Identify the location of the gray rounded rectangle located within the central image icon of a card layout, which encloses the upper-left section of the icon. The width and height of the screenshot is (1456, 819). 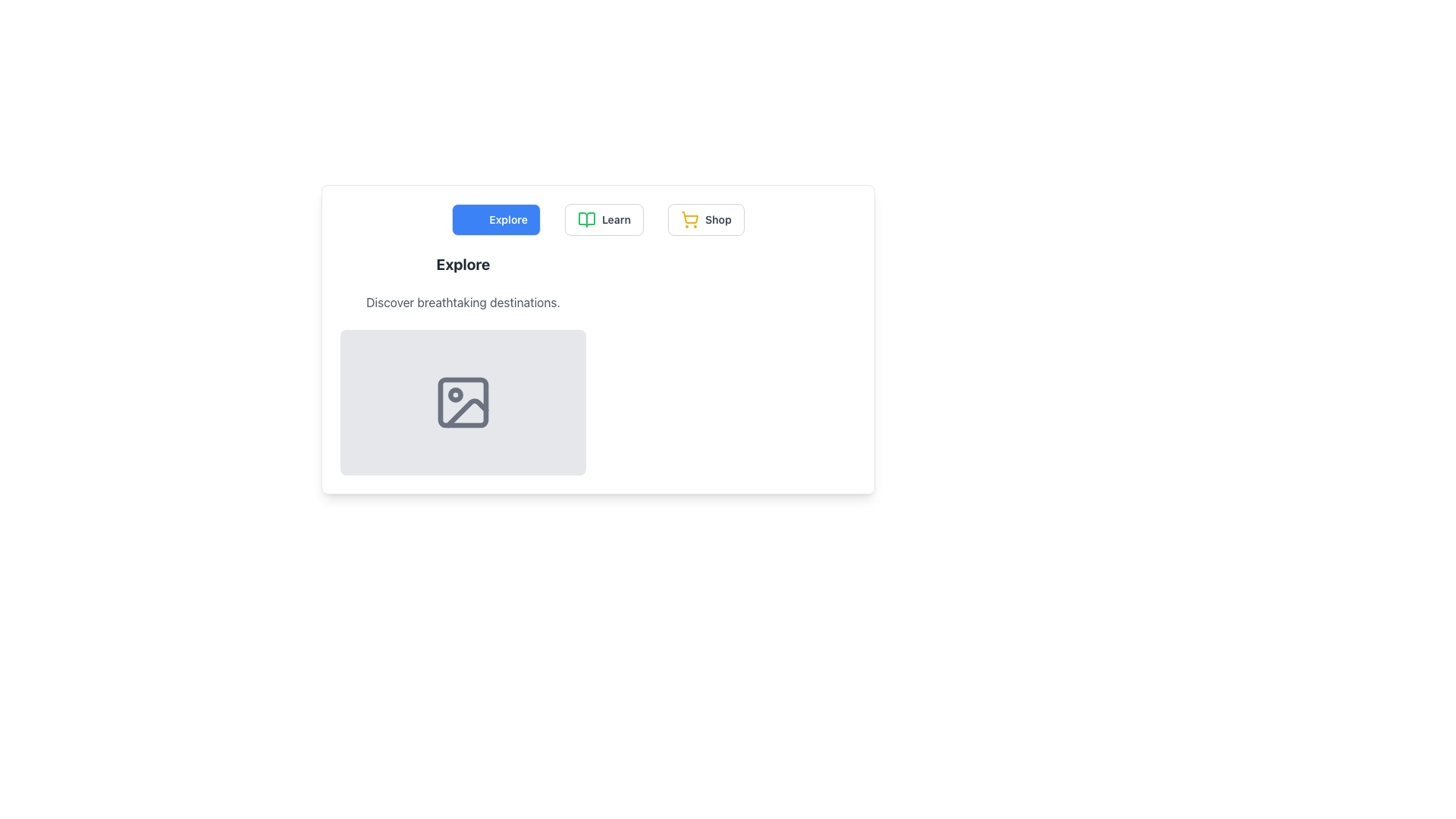
(462, 402).